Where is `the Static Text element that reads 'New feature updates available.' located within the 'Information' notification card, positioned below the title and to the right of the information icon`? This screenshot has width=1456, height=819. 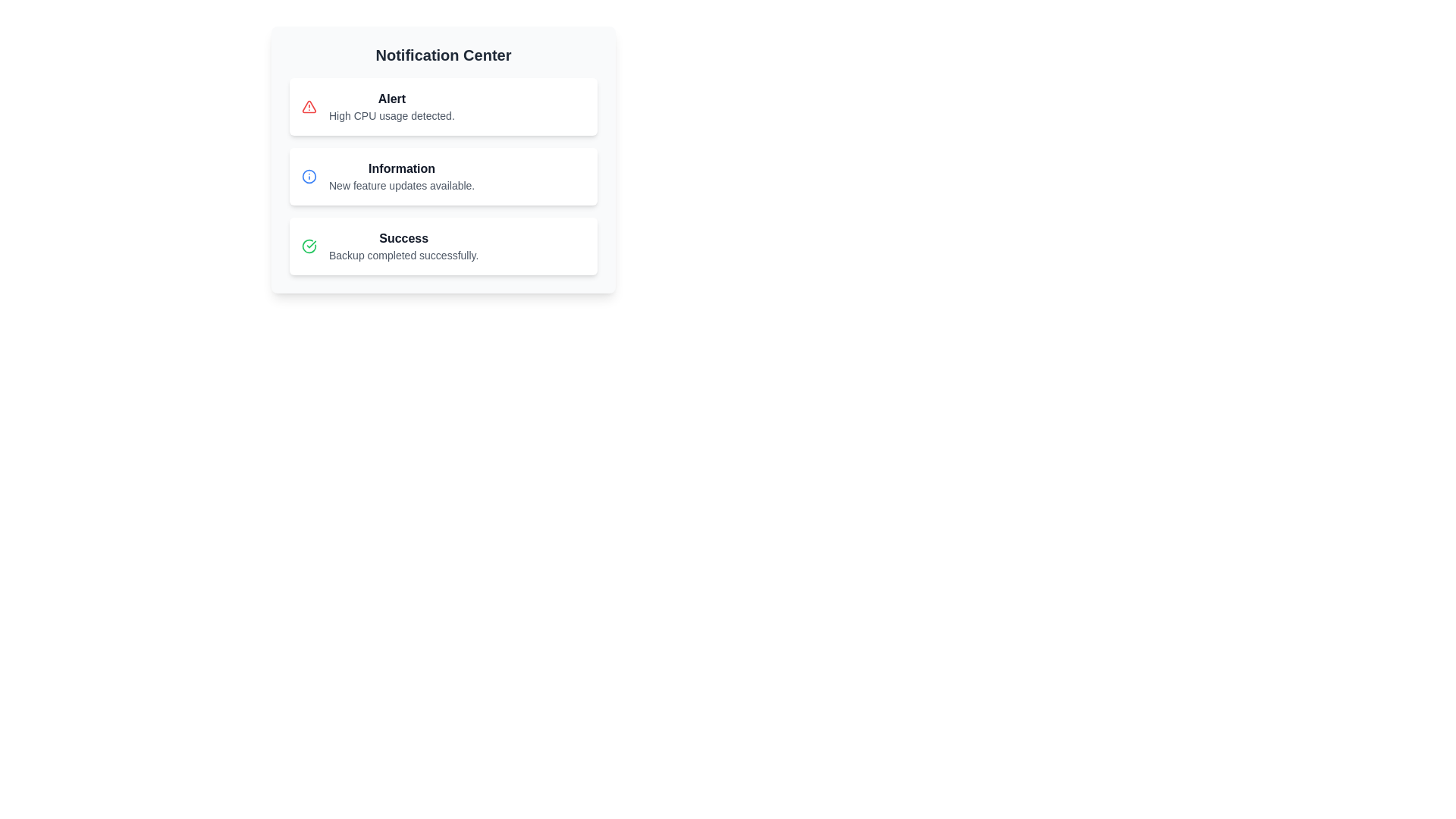
the Static Text element that reads 'New feature updates available.' located within the 'Information' notification card, positioned below the title and to the right of the information icon is located at coordinates (402, 185).